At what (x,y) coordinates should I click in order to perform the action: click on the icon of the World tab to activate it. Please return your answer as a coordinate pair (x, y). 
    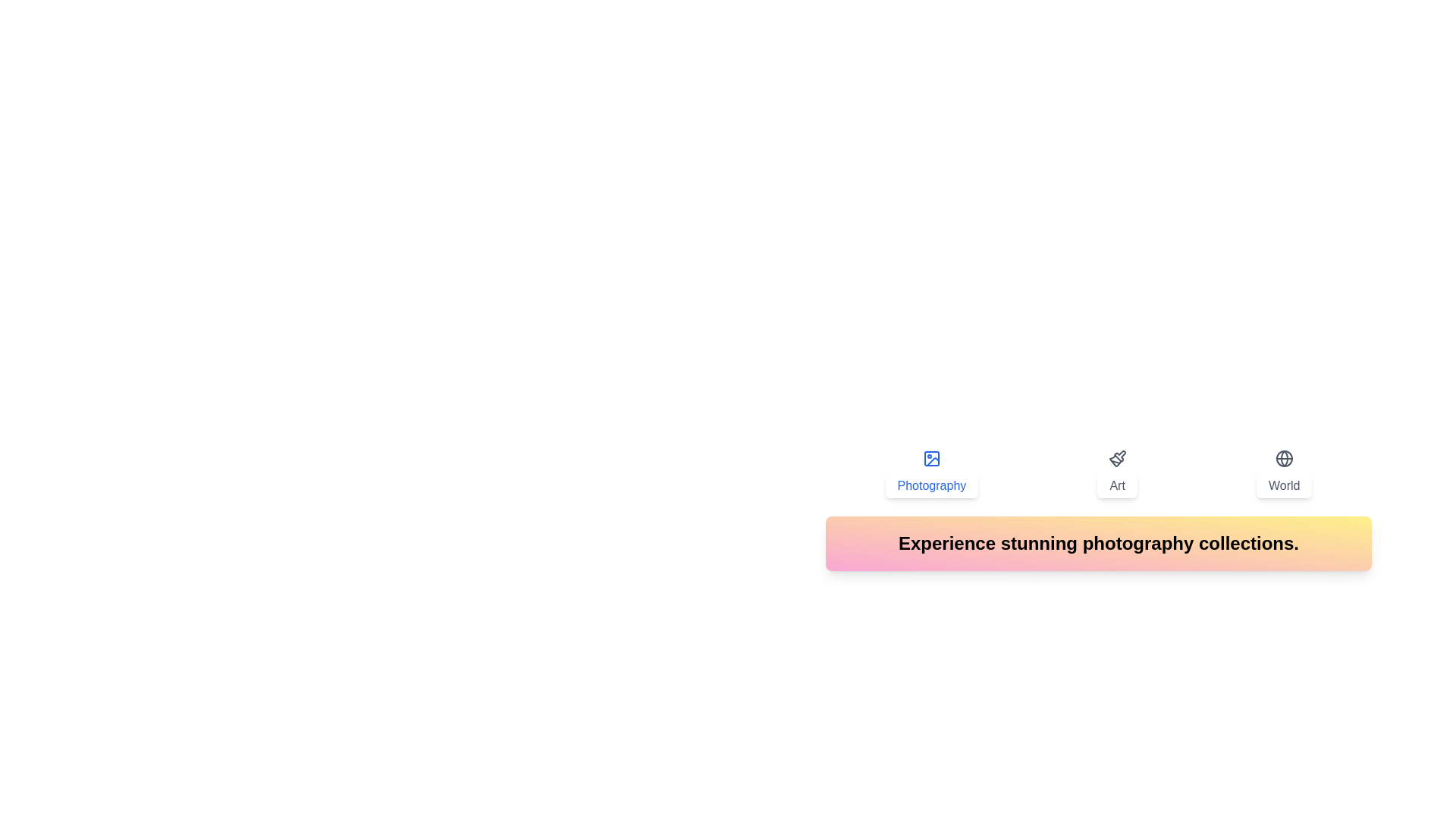
    Looking at the image, I should click on (1283, 458).